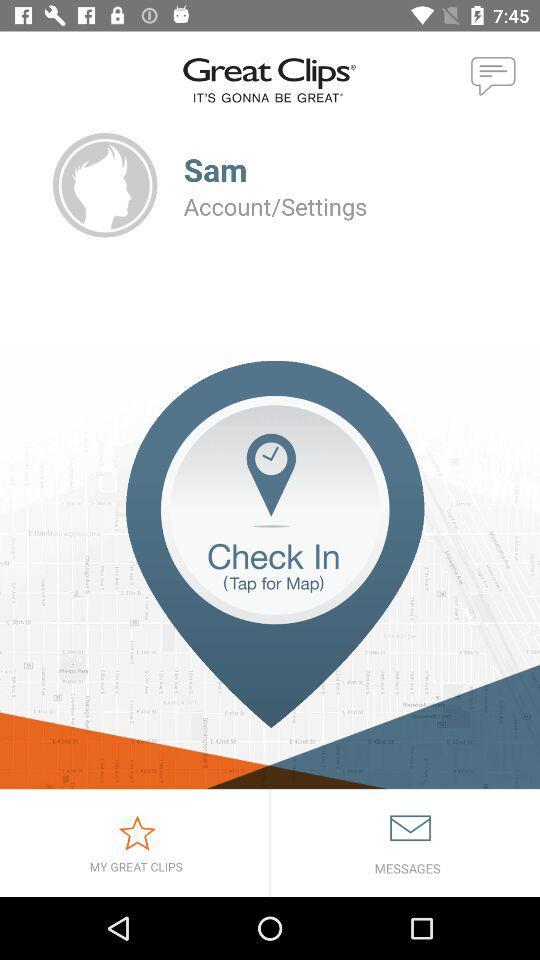 This screenshot has height=960, width=540. Describe the element at coordinates (493, 77) in the screenshot. I see `chat menu` at that location.